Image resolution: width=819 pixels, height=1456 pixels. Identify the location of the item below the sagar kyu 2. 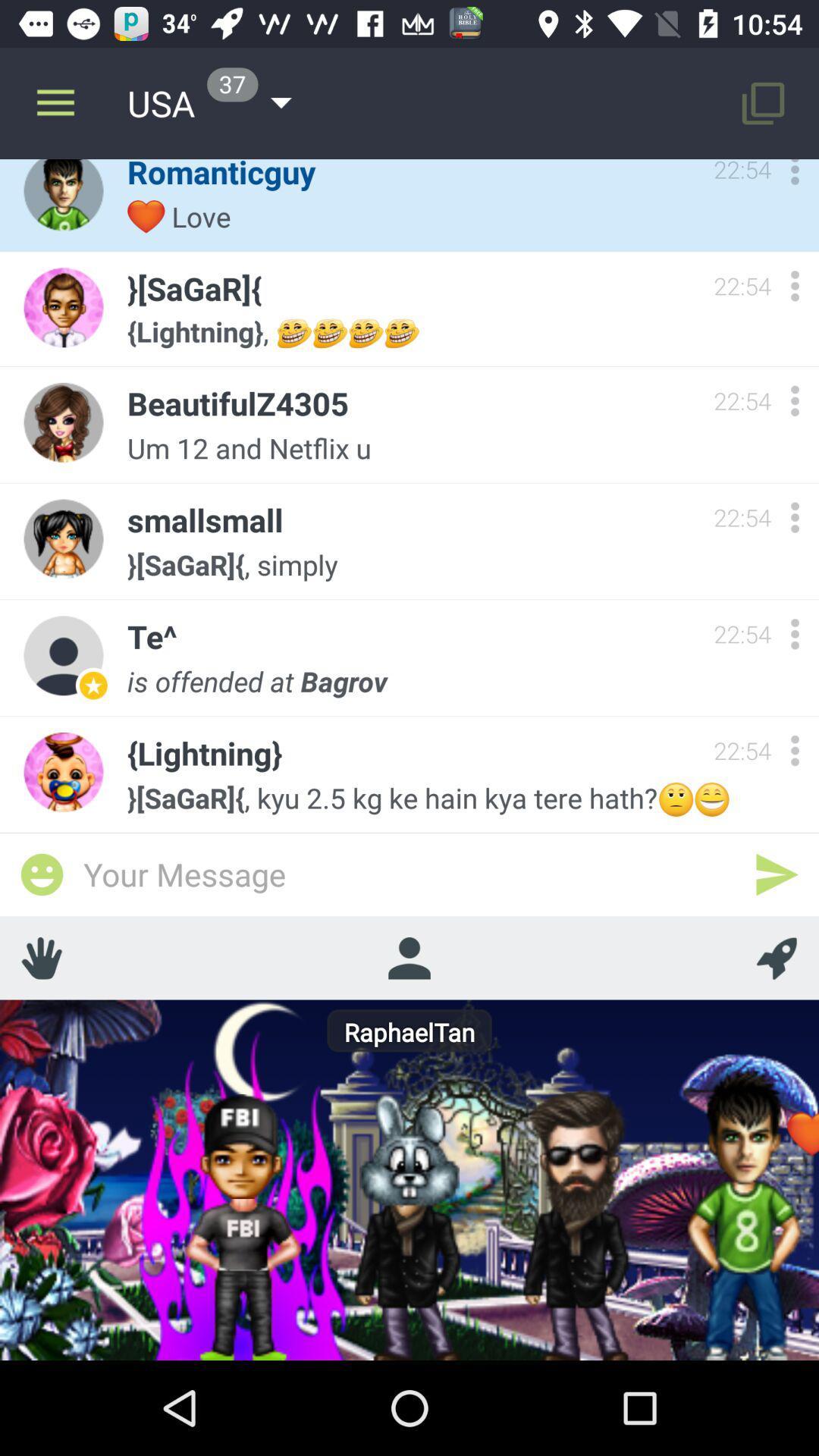
(409, 874).